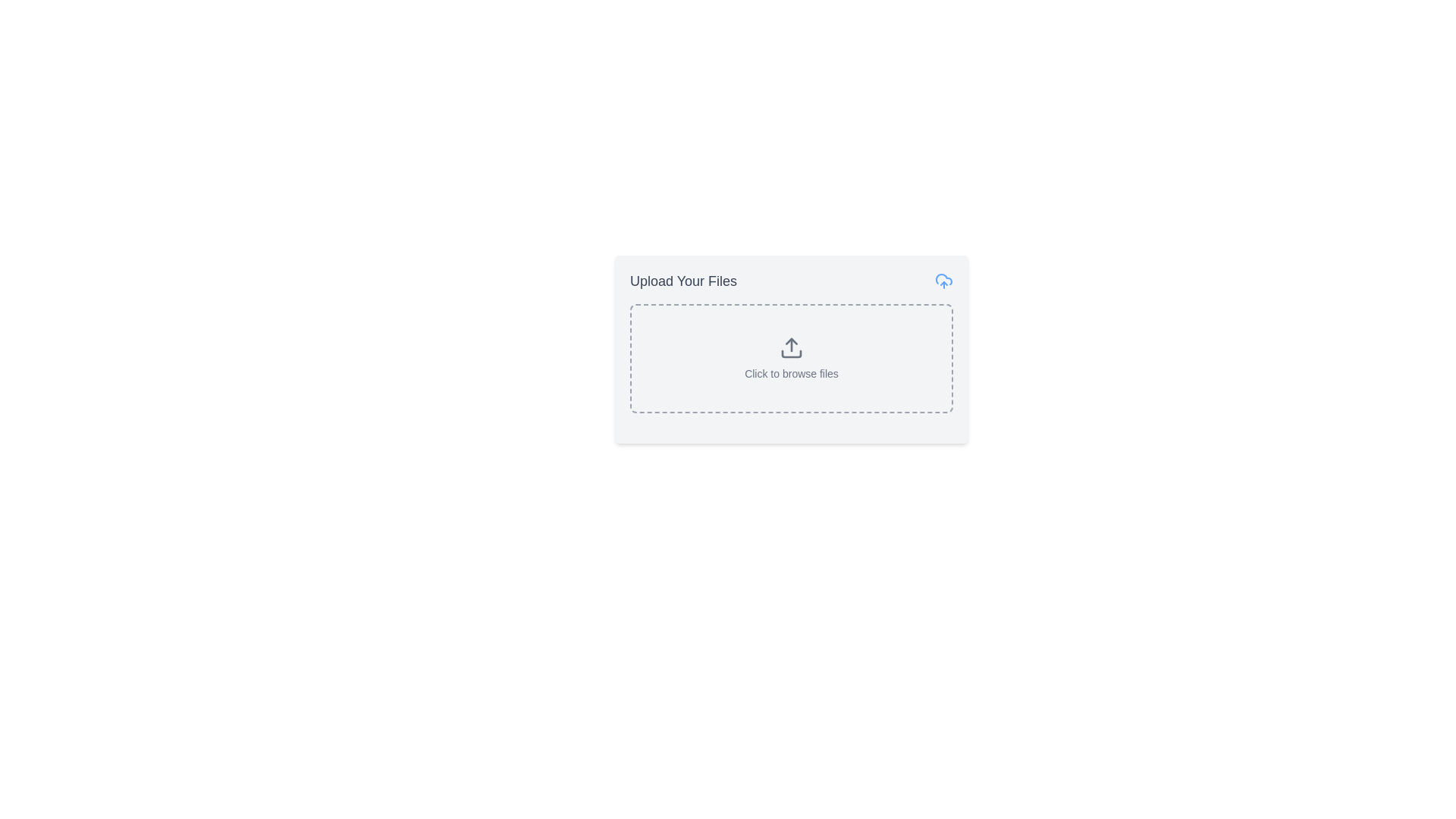 The image size is (1456, 819). Describe the element at coordinates (790, 359) in the screenshot. I see `the file upload drop zone located centrally below the 'Upload Your Files' header` at that location.